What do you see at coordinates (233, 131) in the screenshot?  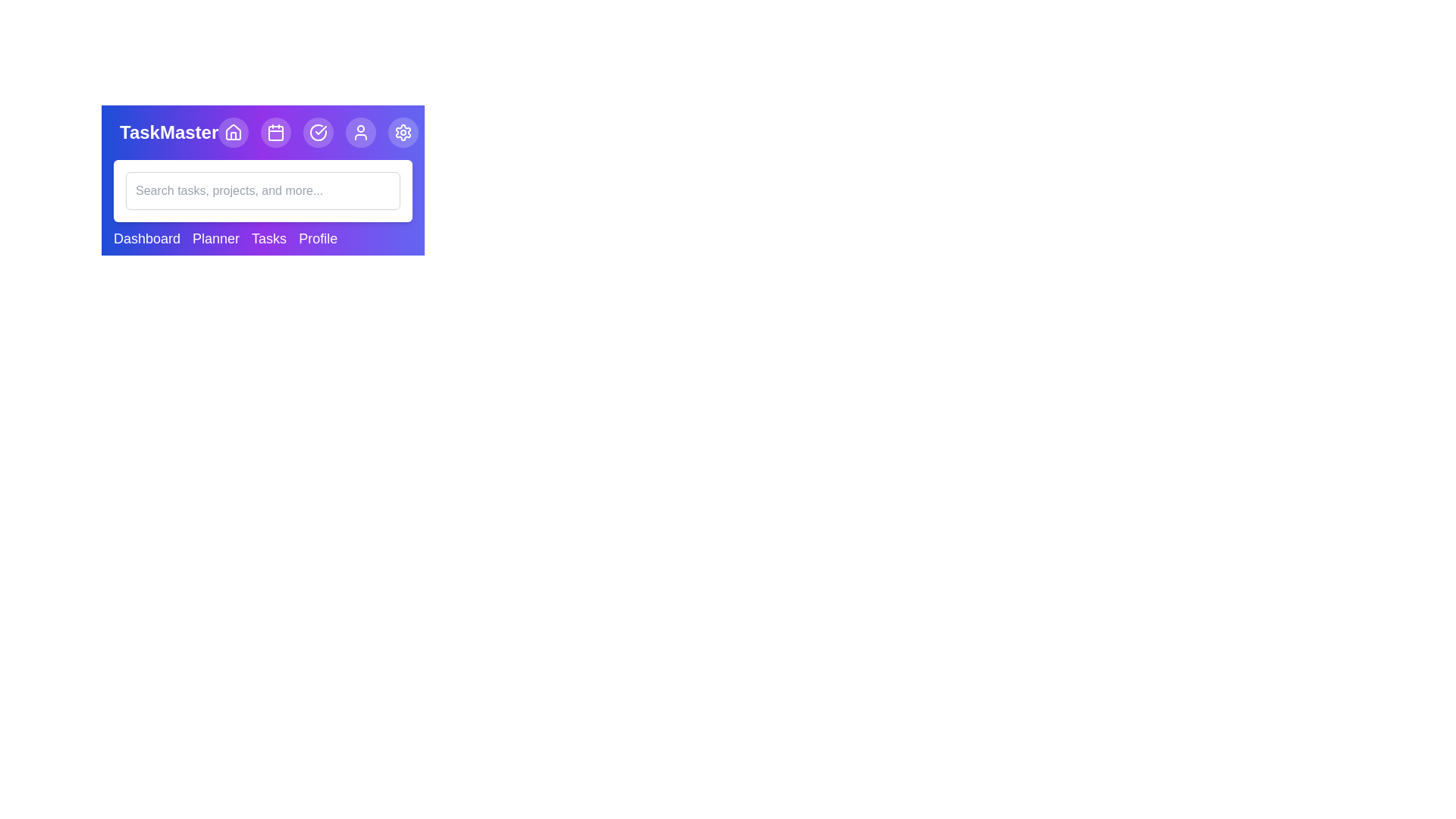 I see `the navigation icon corresponding to Home` at bounding box center [233, 131].